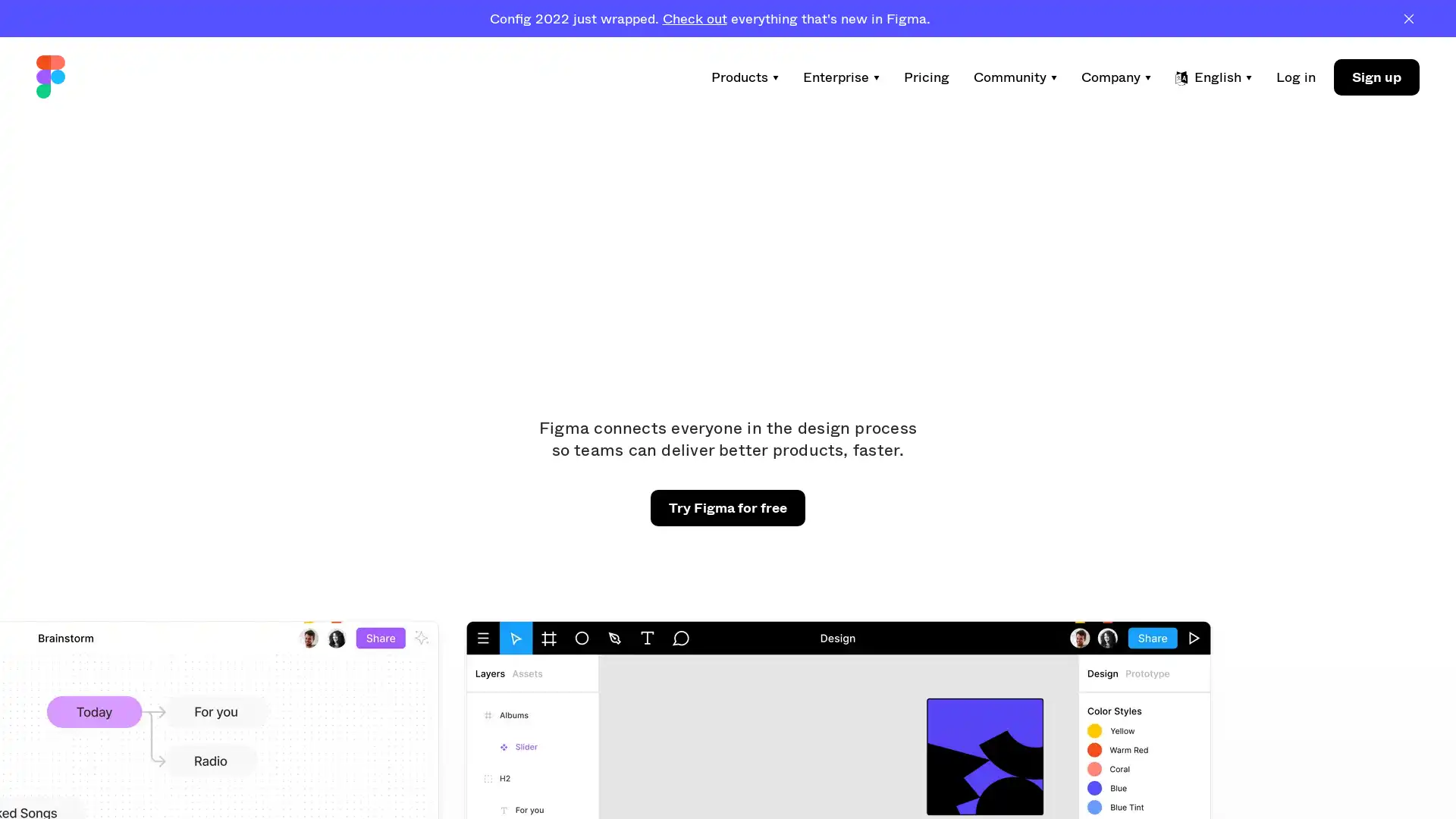 This screenshot has height=819, width=1456. What do you see at coordinates (1294, 77) in the screenshot?
I see `Log in` at bounding box center [1294, 77].